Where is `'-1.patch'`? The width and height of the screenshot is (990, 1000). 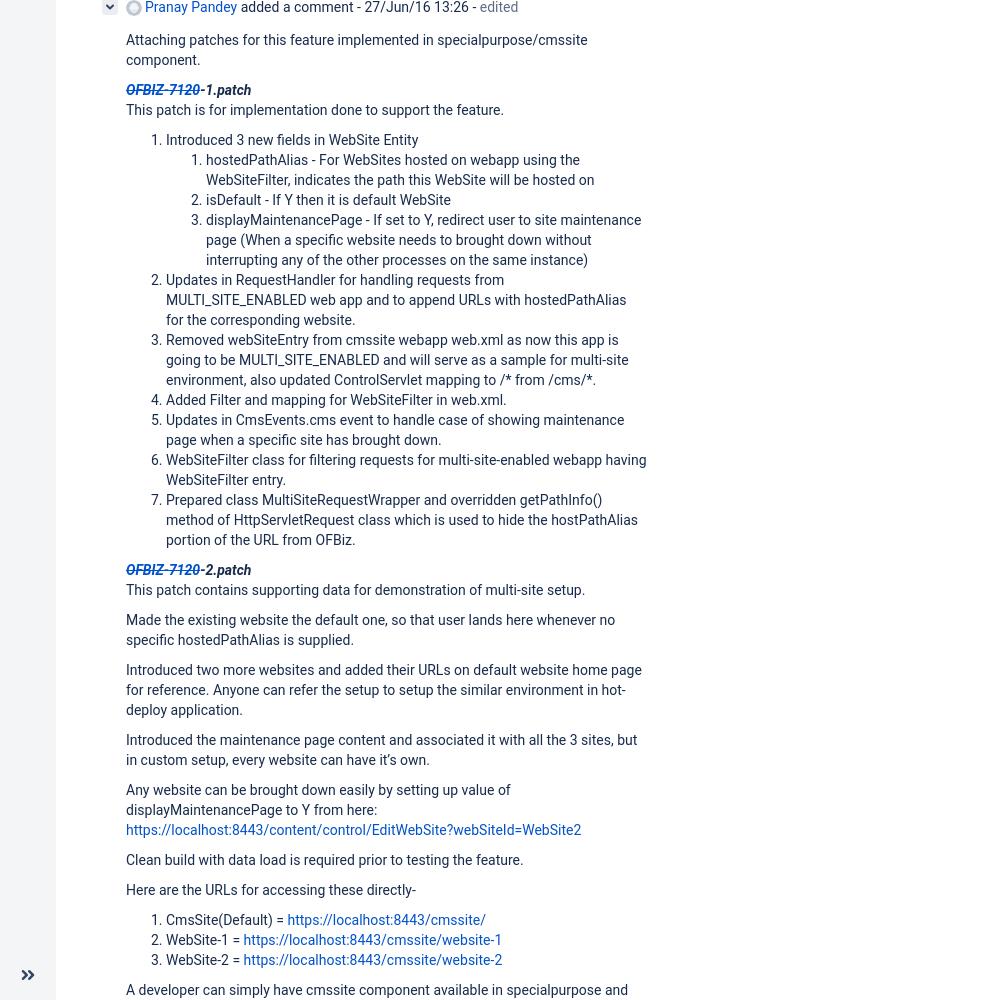 '-1.patch' is located at coordinates (224, 88).